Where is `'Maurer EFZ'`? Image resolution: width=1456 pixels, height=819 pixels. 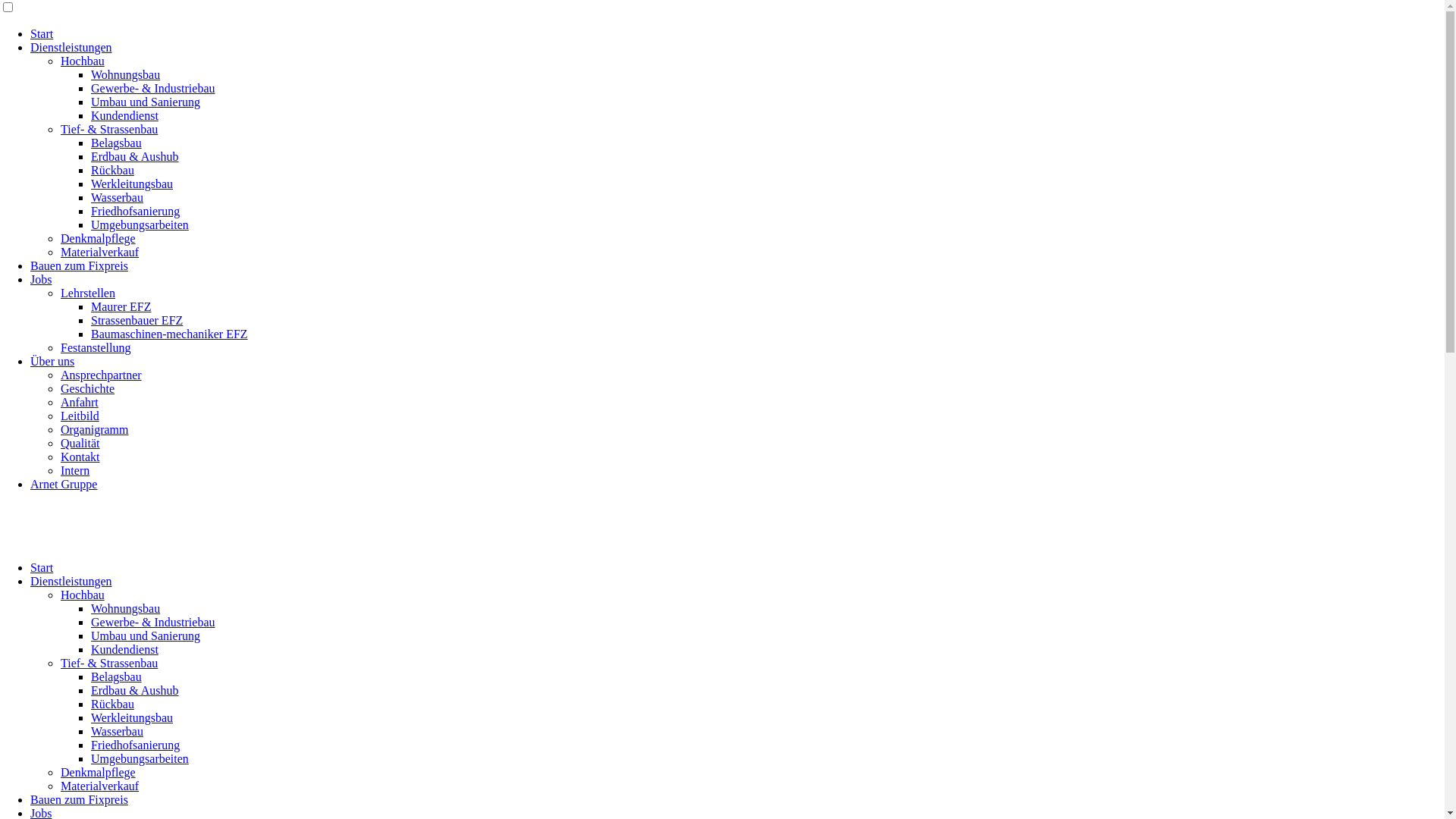 'Maurer EFZ' is located at coordinates (120, 306).